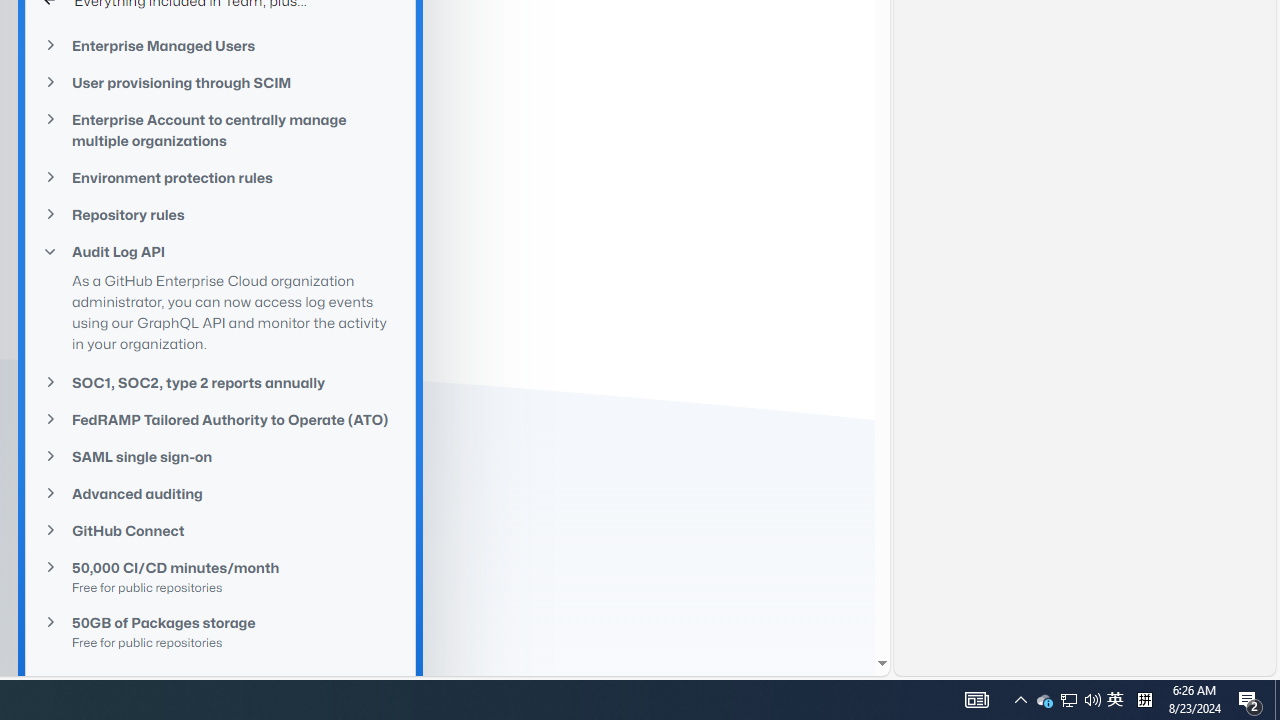 Image resolution: width=1280 pixels, height=720 pixels. What do you see at coordinates (220, 493) in the screenshot?
I see `'Advanced auditing'` at bounding box center [220, 493].